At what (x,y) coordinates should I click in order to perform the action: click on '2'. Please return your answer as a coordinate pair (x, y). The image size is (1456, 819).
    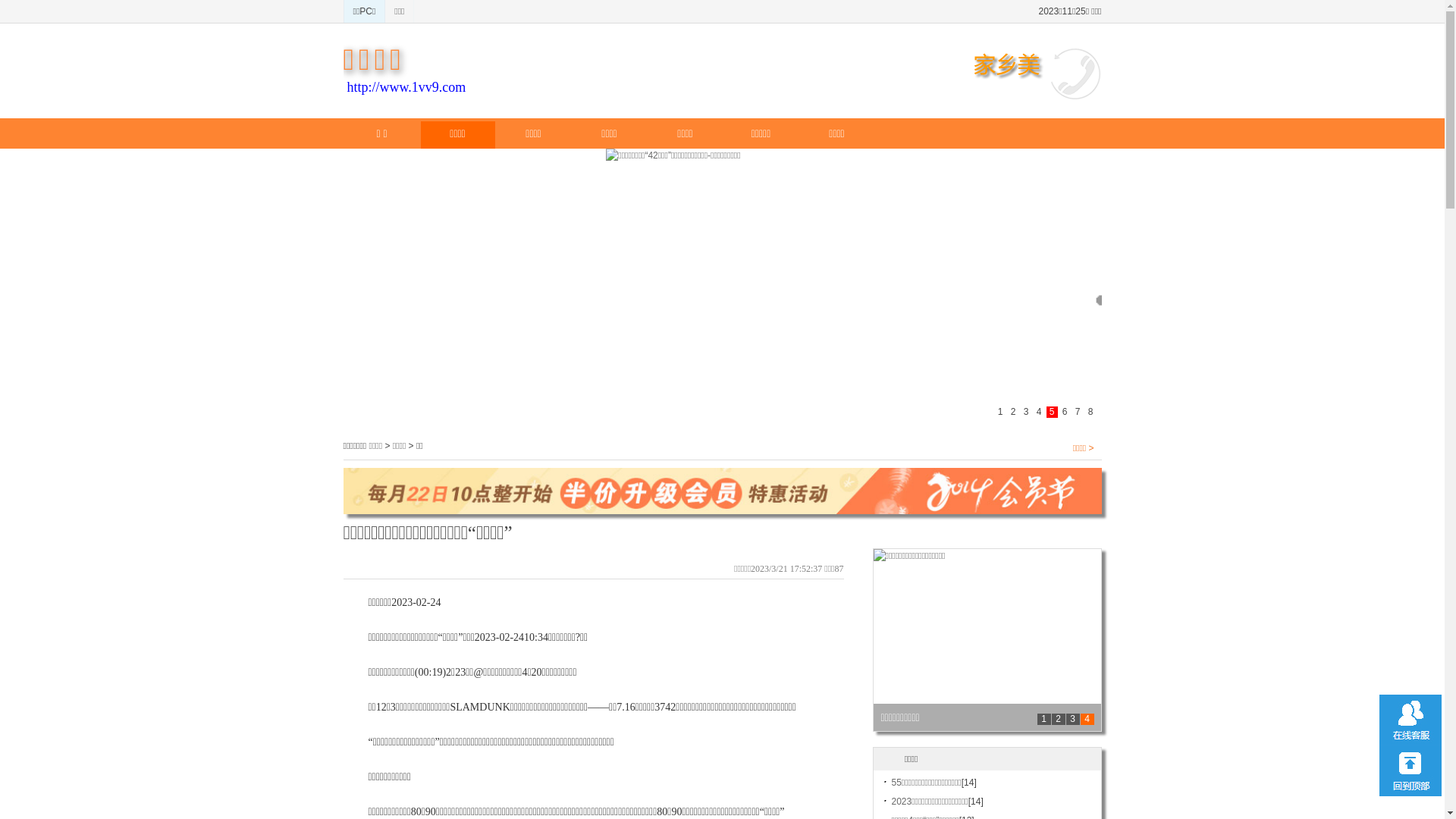
    Looking at the image, I should click on (1057, 718).